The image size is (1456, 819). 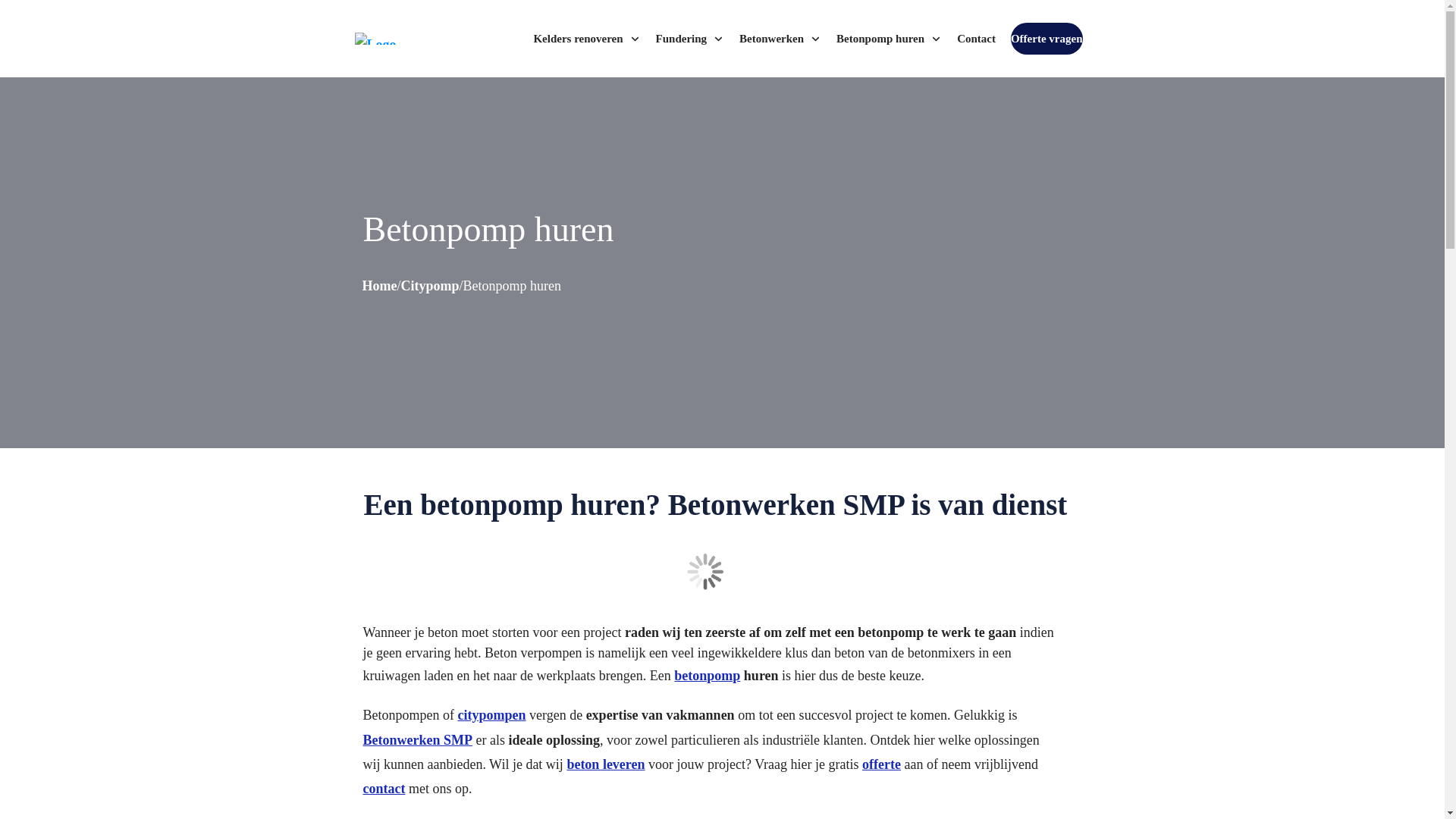 What do you see at coordinates (976, 37) in the screenshot?
I see `'Contact'` at bounding box center [976, 37].